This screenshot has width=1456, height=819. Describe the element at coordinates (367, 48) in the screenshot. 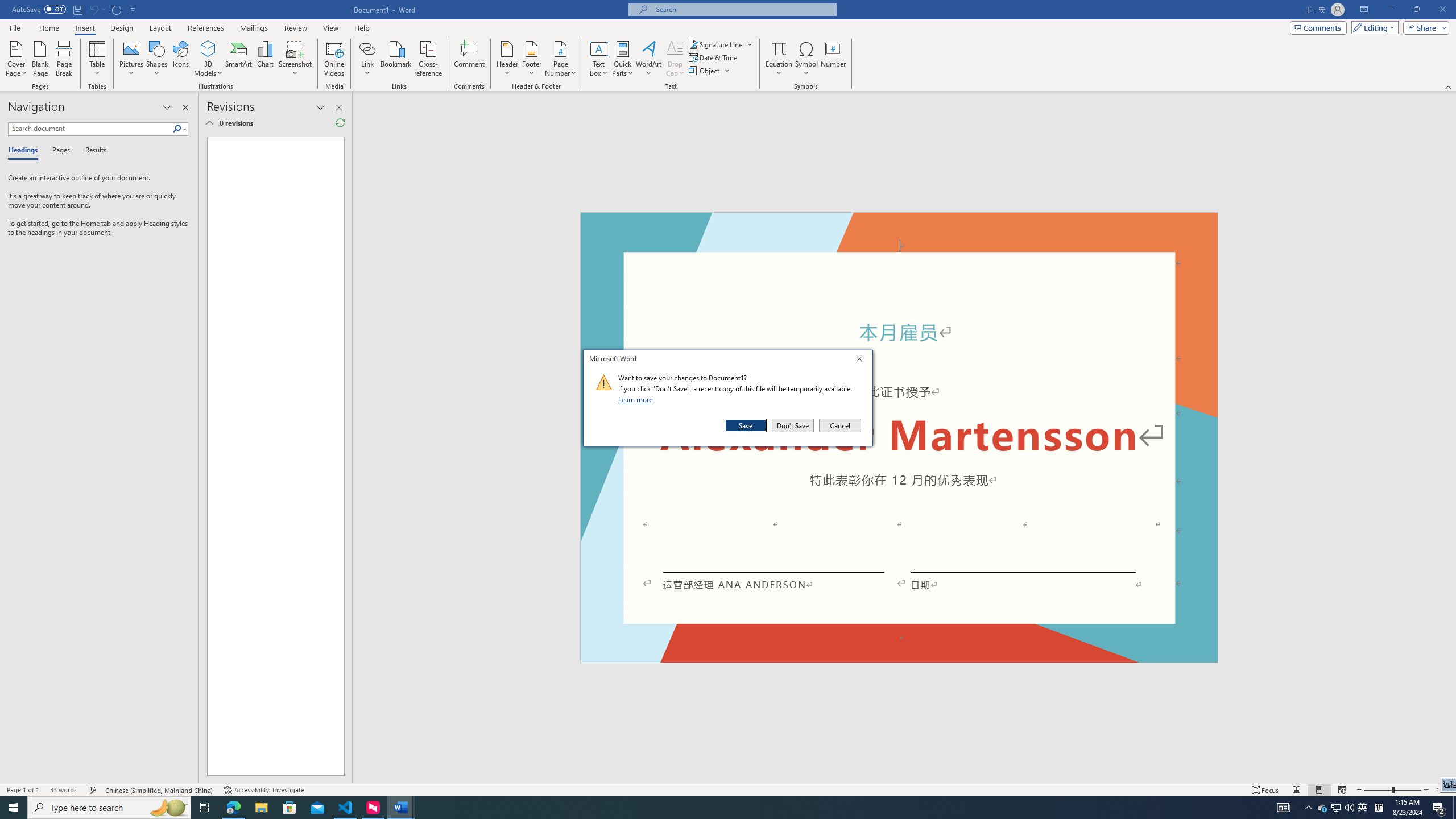

I see `'Link'` at that location.